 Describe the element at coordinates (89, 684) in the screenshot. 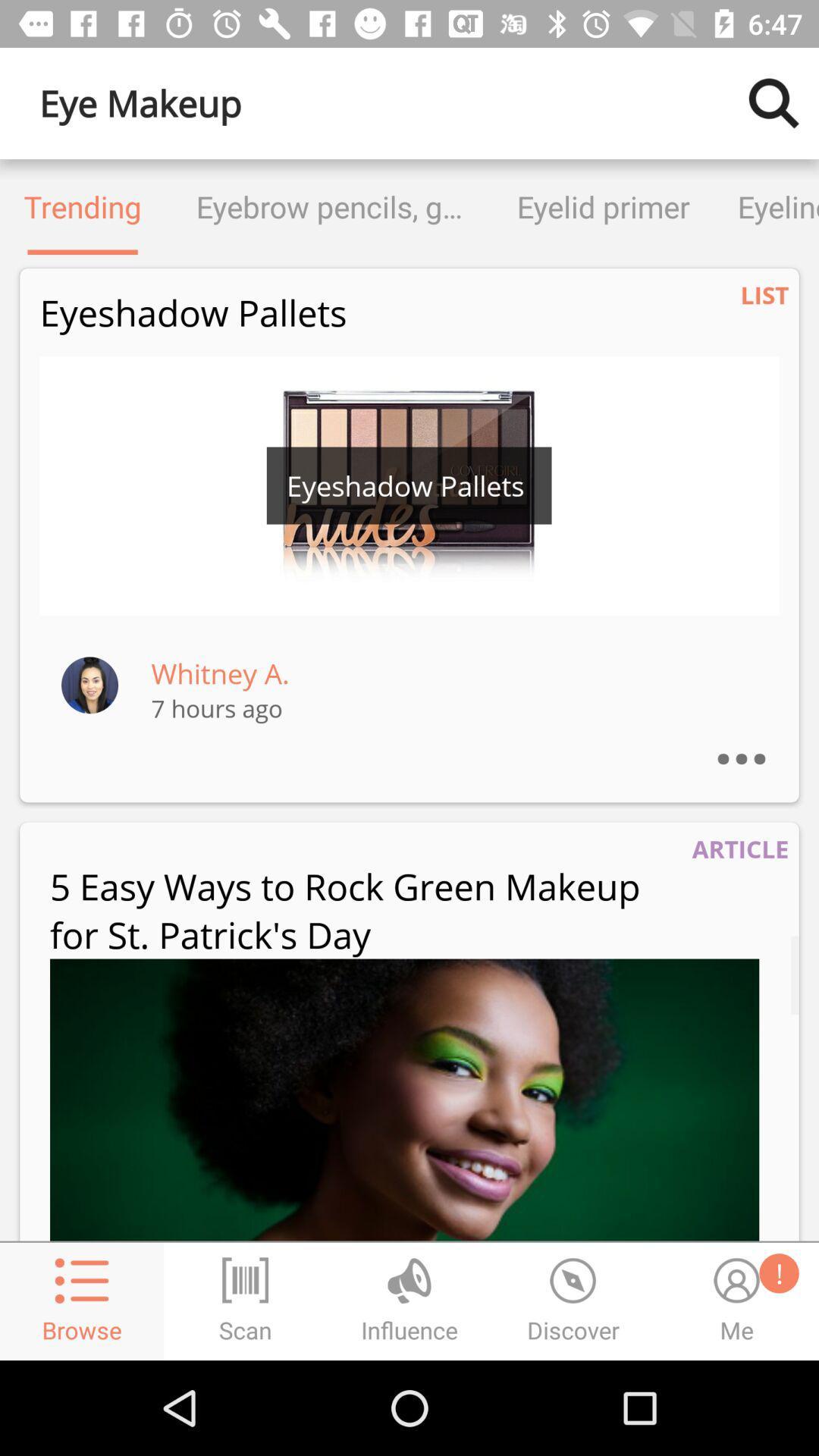

I see `profile information of whitney a` at that location.